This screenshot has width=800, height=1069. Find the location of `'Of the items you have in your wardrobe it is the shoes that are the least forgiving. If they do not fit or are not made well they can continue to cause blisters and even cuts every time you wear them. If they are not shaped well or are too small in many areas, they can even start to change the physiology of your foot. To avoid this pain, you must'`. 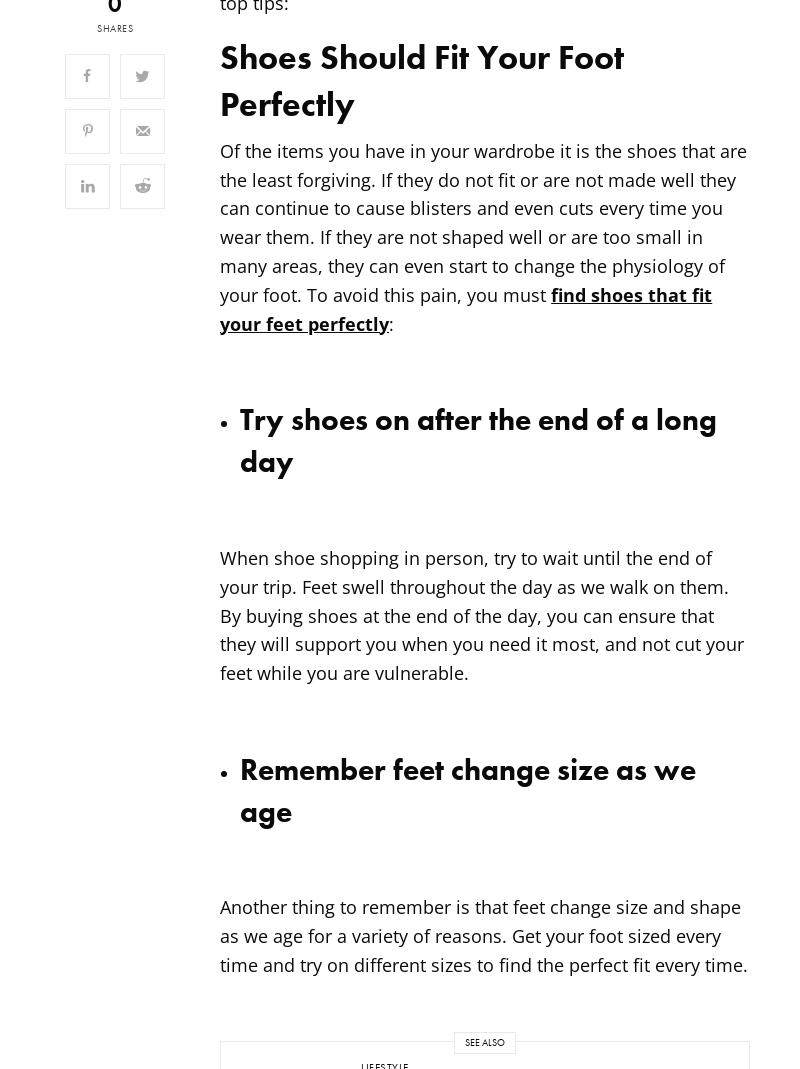

'Of the items you have in your wardrobe it is the shoes that are the least forgiving. If they do not fit or are not made well they can continue to cause blisters and even cuts every time you wear them. If they are not shaped well or are too small in many areas, they can even start to change the physiology of your foot. To avoid this pain, you must' is located at coordinates (483, 221).